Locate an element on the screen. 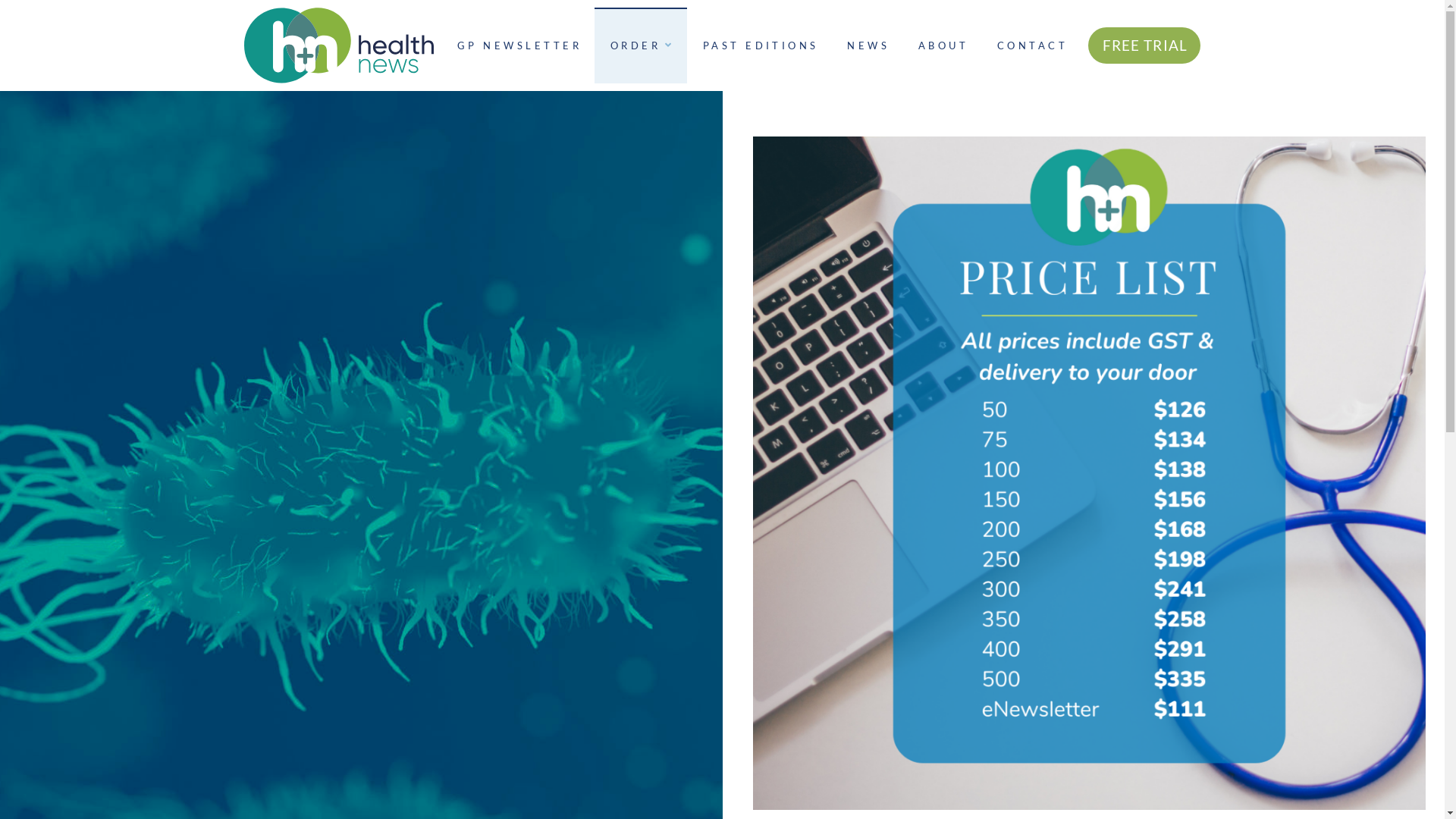  'GP NEWSLETTER' is located at coordinates (440, 45).